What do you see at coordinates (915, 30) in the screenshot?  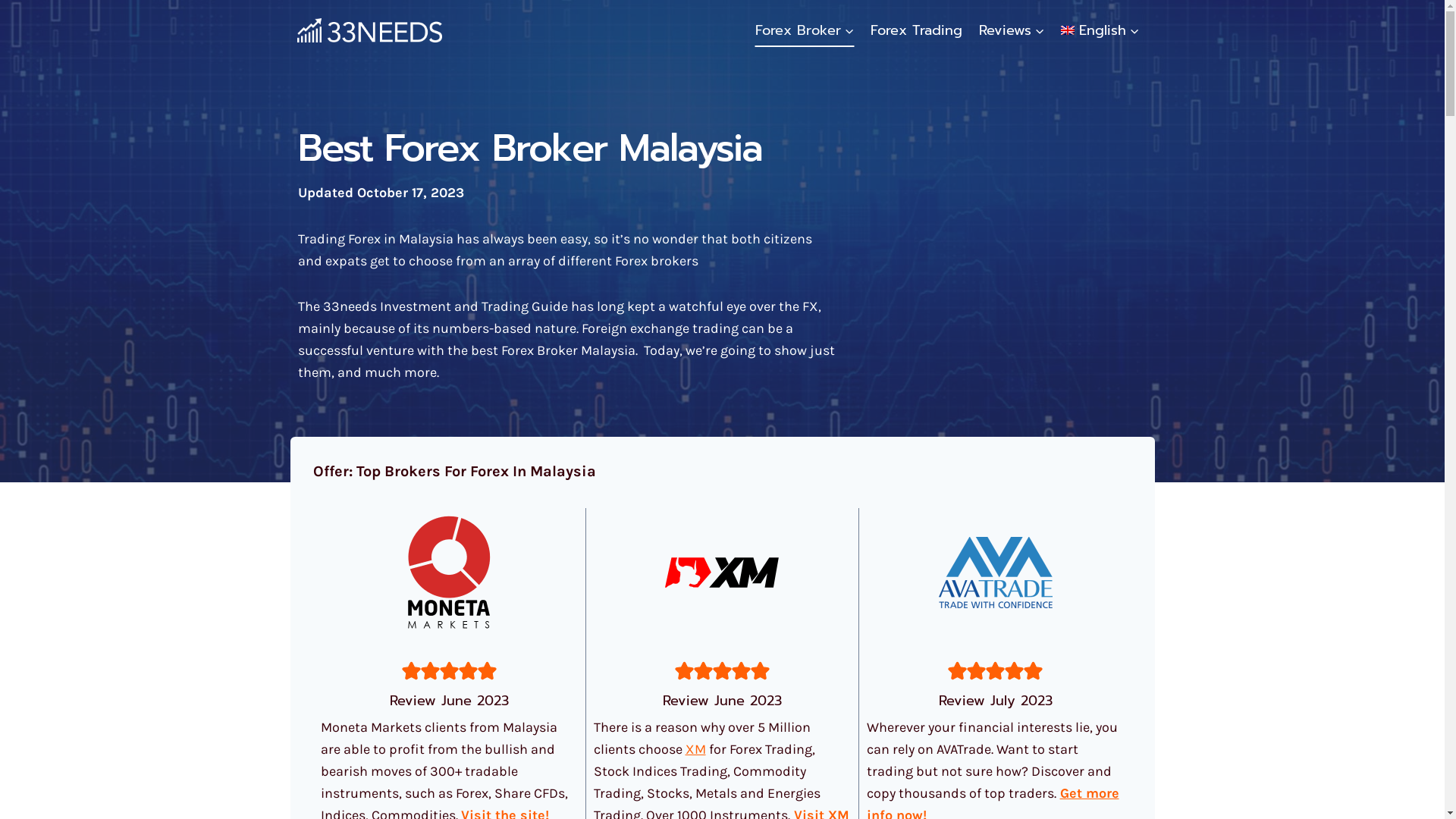 I see `'Forex Trading'` at bounding box center [915, 30].